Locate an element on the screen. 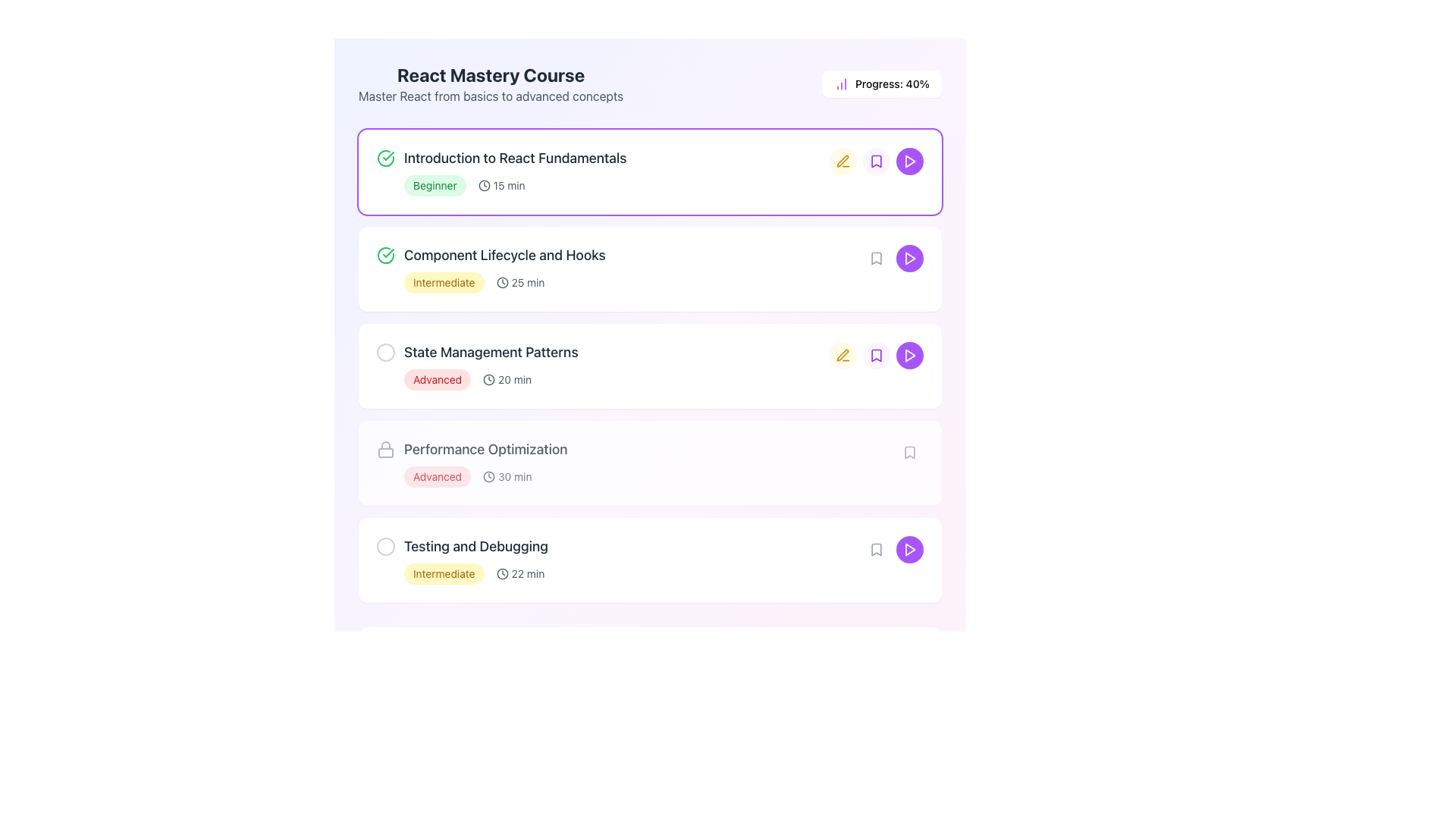 Image resolution: width=1456 pixels, height=819 pixels. the playback icon button located at the far right of the 'Introduction to React Fundamentals' entry's action area is located at coordinates (910, 161).